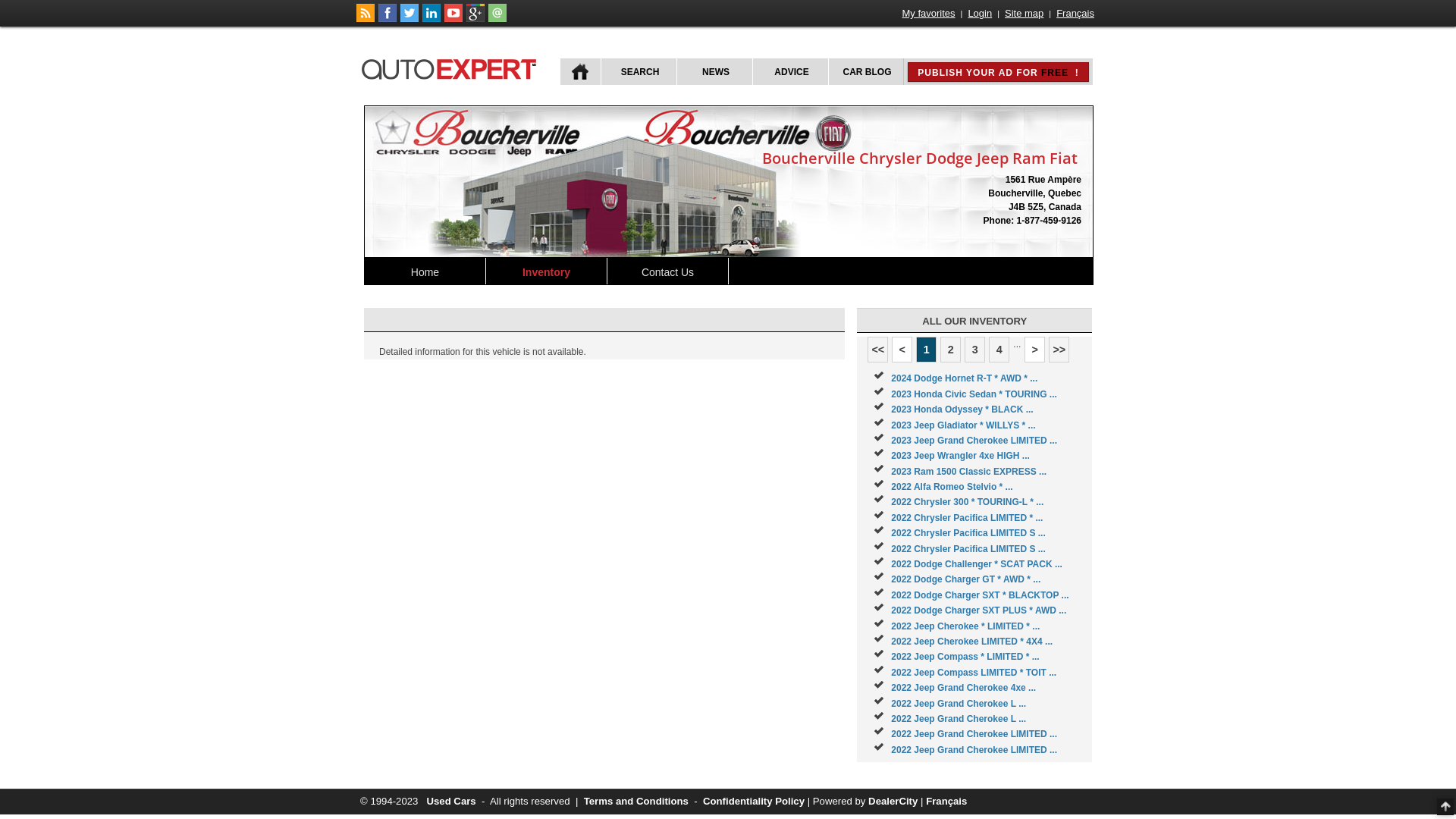  Describe the element at coordinates (400, 18) in the screenshot. I see `'Follow autoExpert.ca on Twitter'` at that location.